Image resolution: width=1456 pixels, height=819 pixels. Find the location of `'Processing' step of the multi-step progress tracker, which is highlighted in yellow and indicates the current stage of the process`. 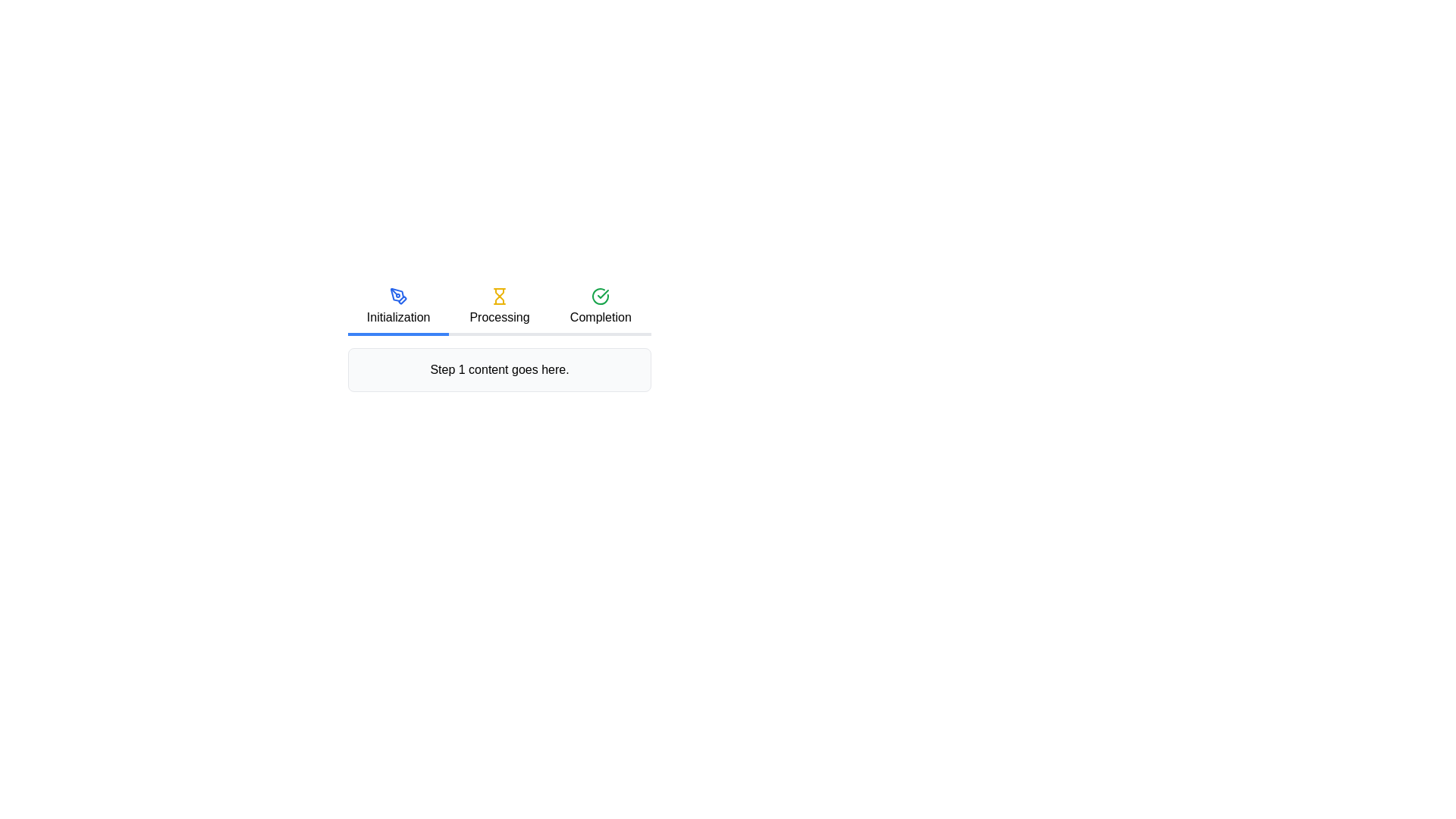

'Processing' step of the multi-step progress tracker, which is highlighted in yellow and indicates the current stage of the process is located at coordinates (499, 308).